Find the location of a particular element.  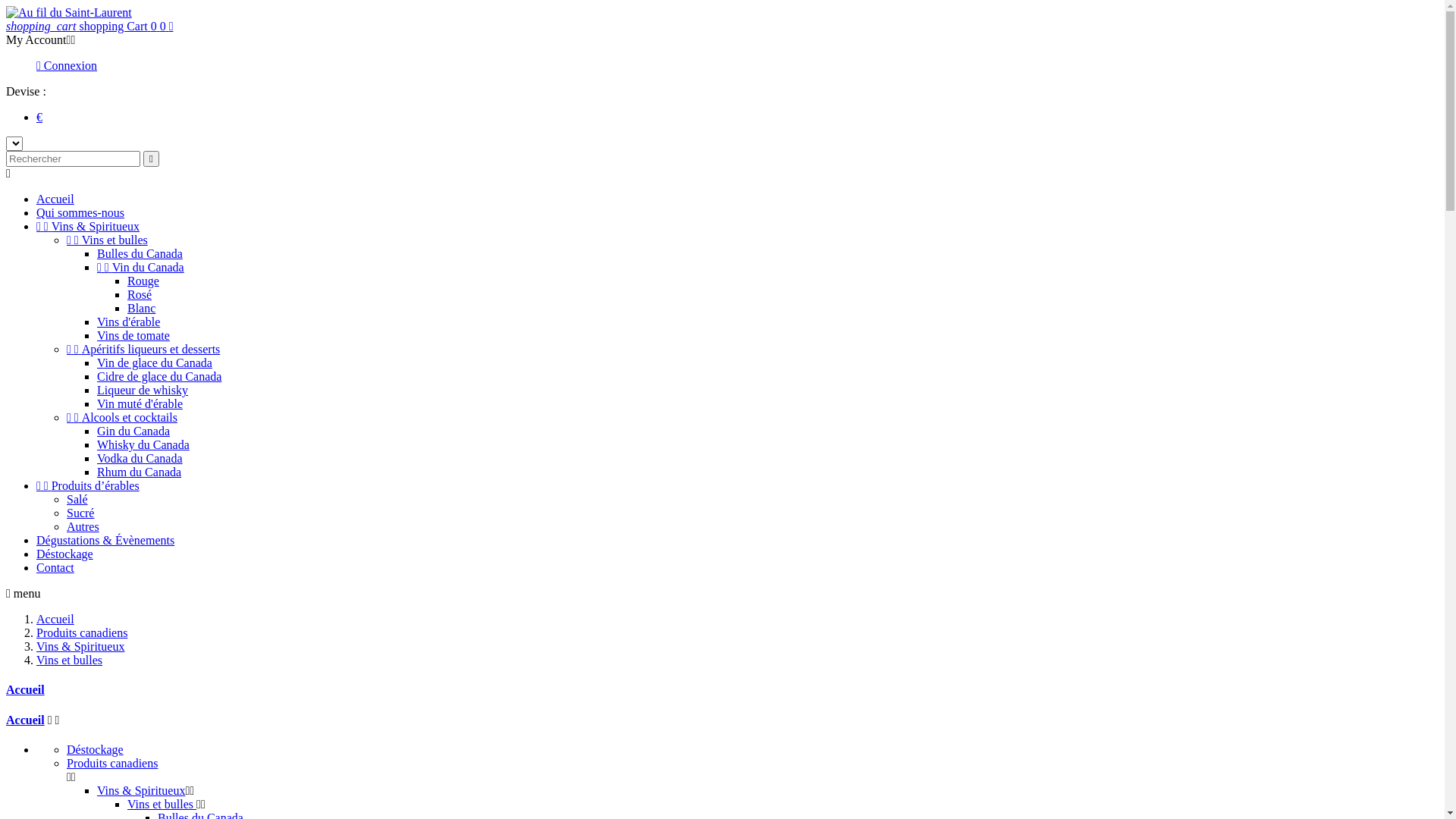

'Bulles du Canada' is located at coordinates (140, 253).